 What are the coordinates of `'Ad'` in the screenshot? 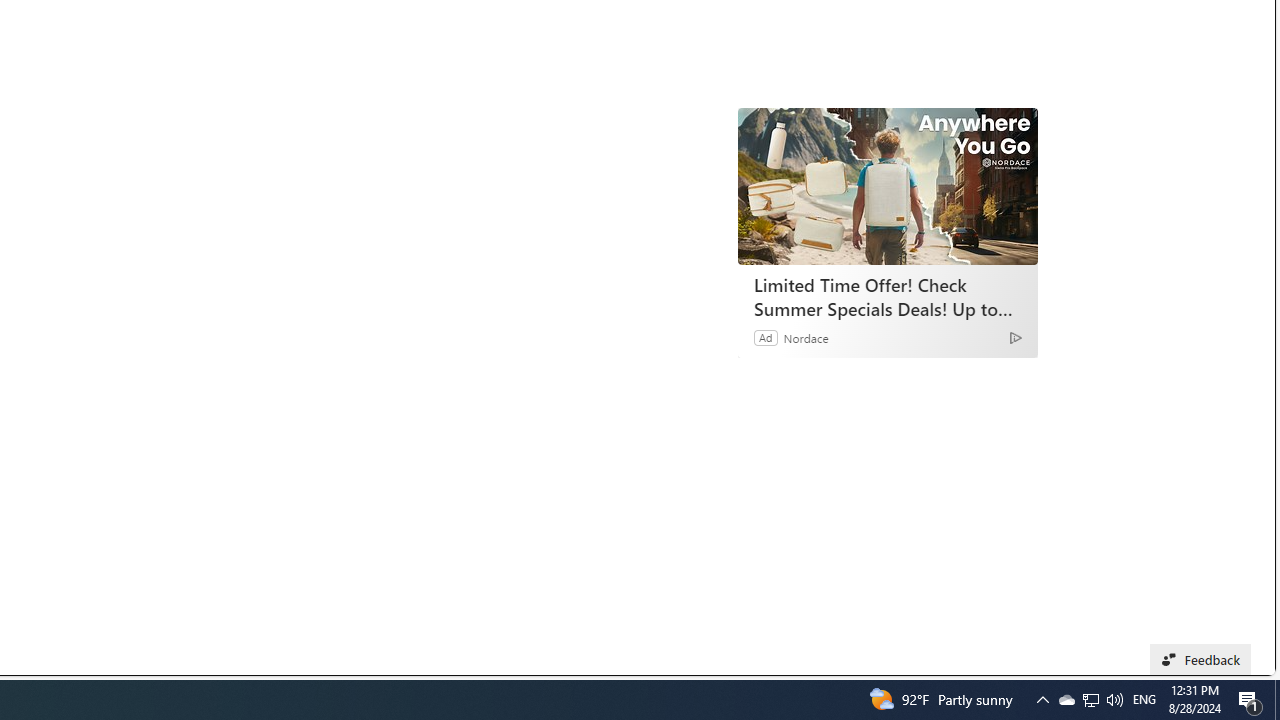 It's located at (765, 336).